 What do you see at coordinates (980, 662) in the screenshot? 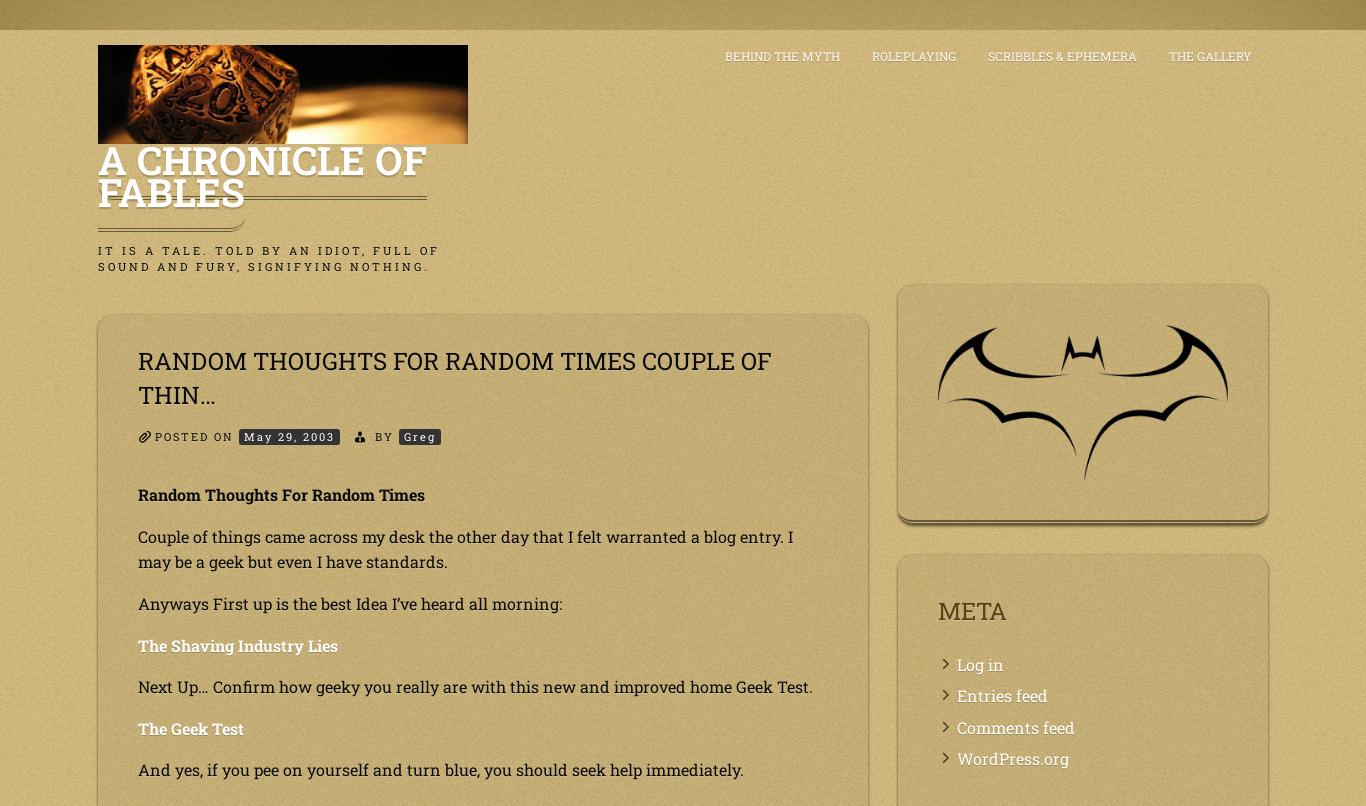
I see `'Log in'` at bounding box center [980, 662].